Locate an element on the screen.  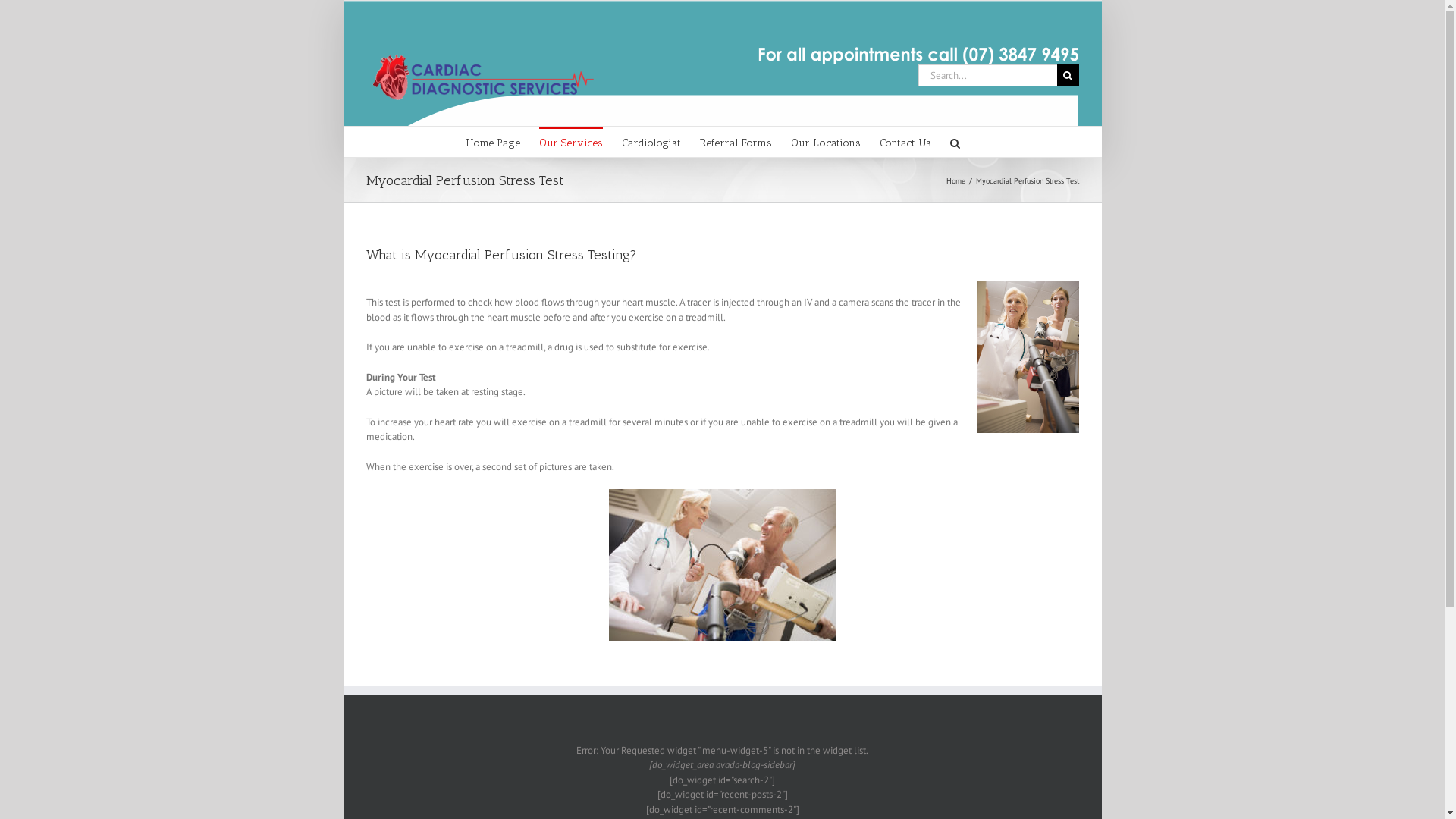
'Referral Forms' is located at coordinates (735, 141).